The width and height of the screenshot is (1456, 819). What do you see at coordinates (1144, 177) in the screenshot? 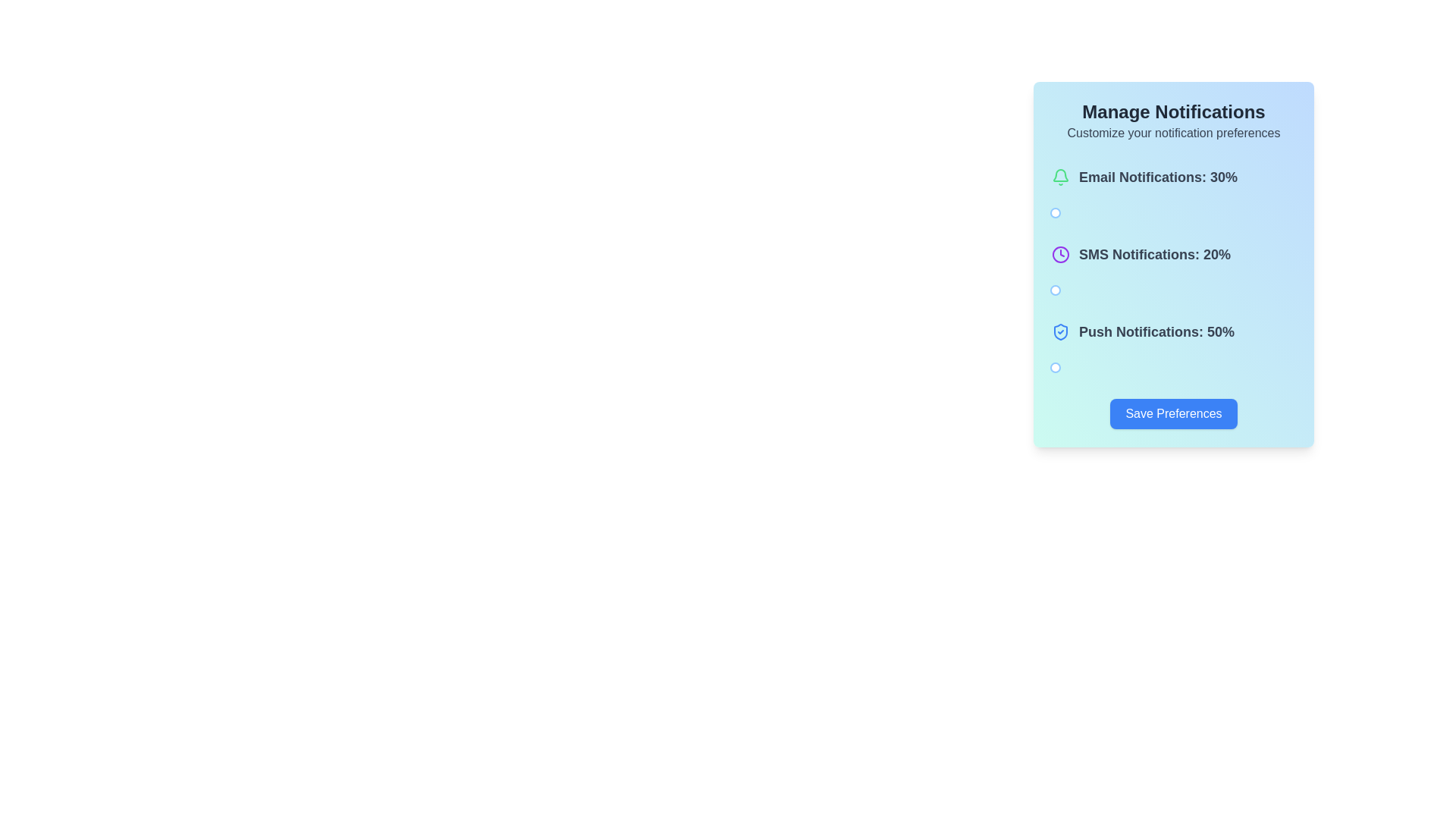
I see `the notification label with a green bell icon that displays 'Email Notifications: 30%' located below 'Manage Notifications'` at bounding box center [1144, 177].